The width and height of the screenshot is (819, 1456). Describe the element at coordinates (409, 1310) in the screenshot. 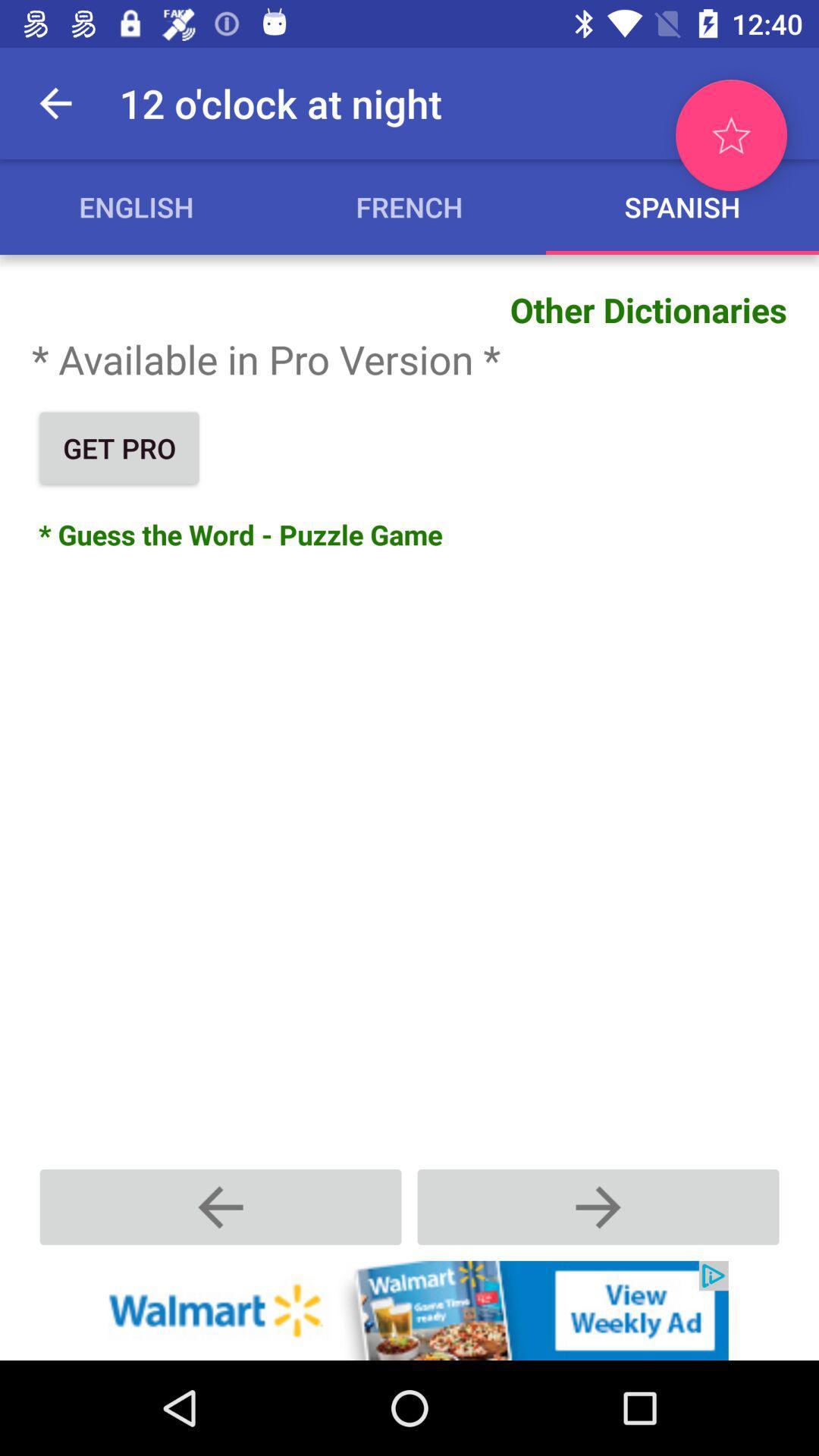

I see `advertisement website` at that location.